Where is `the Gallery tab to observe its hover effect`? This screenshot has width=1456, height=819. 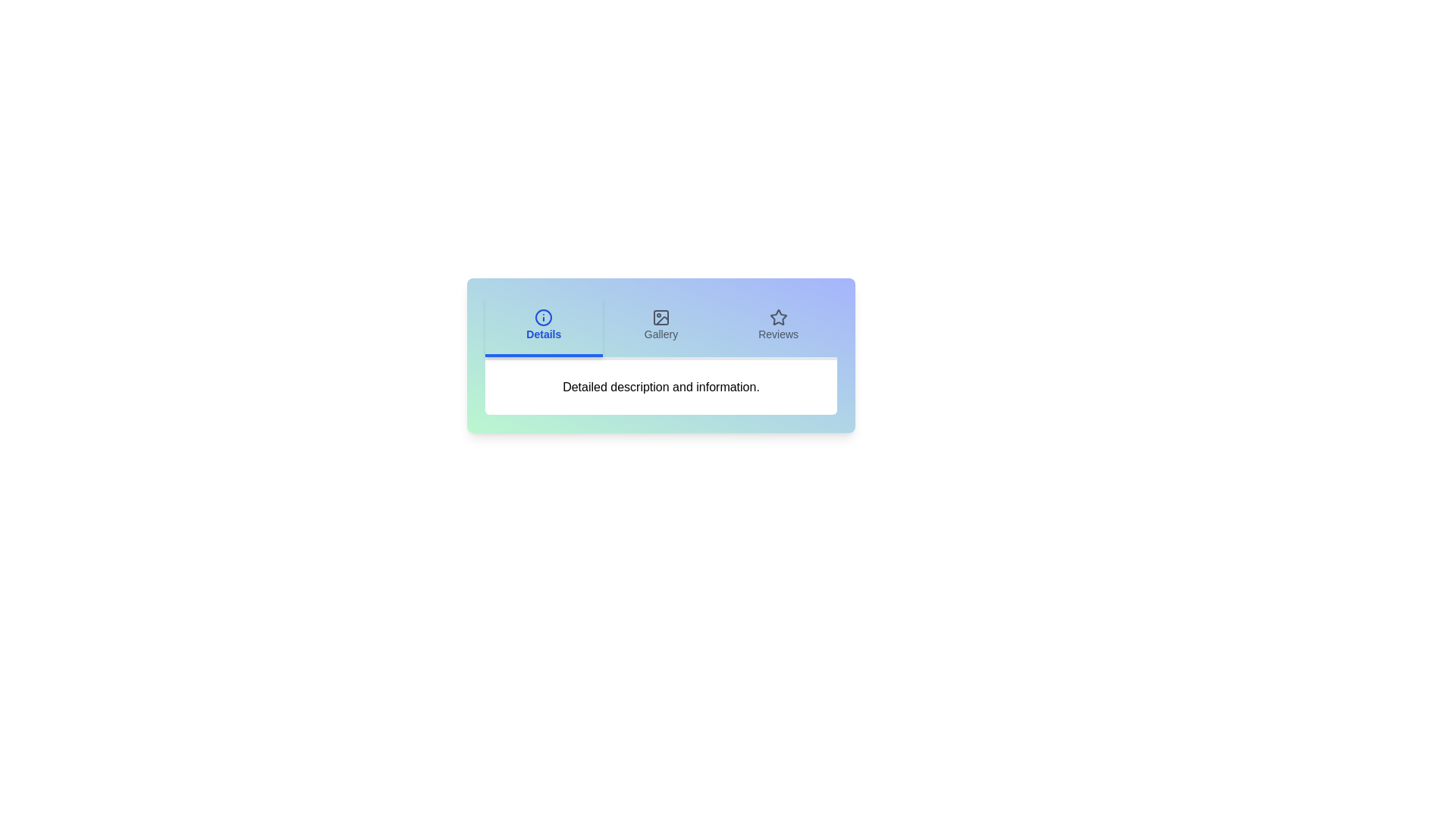 the Gallery tab to observe its hover effect is located at coordinates (661, 326).